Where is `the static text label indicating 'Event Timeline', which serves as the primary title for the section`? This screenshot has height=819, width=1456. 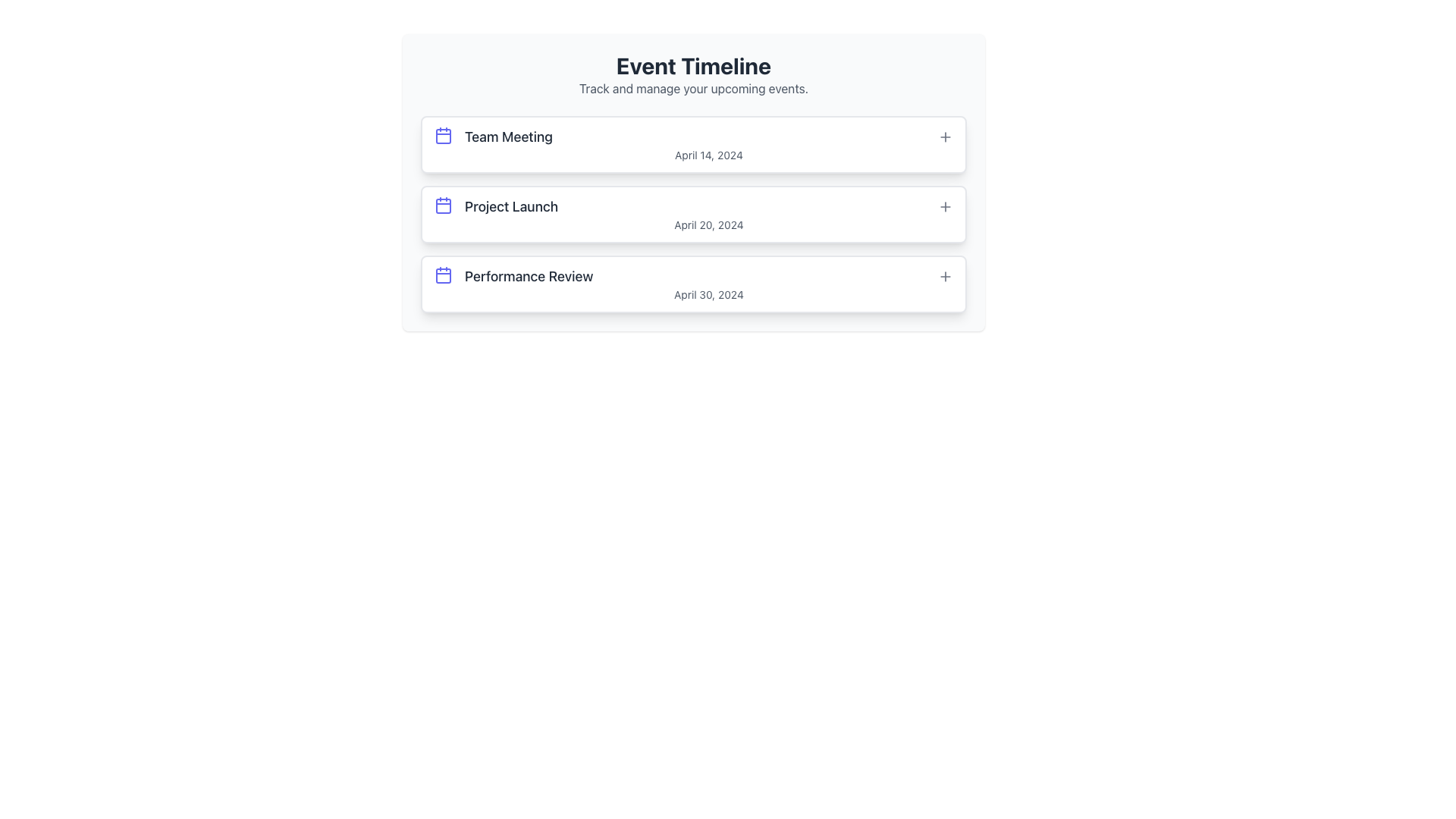 the static text label indicating 'Event Timeline', which serves as the primary title for the section is located at coordinates (693, 65).